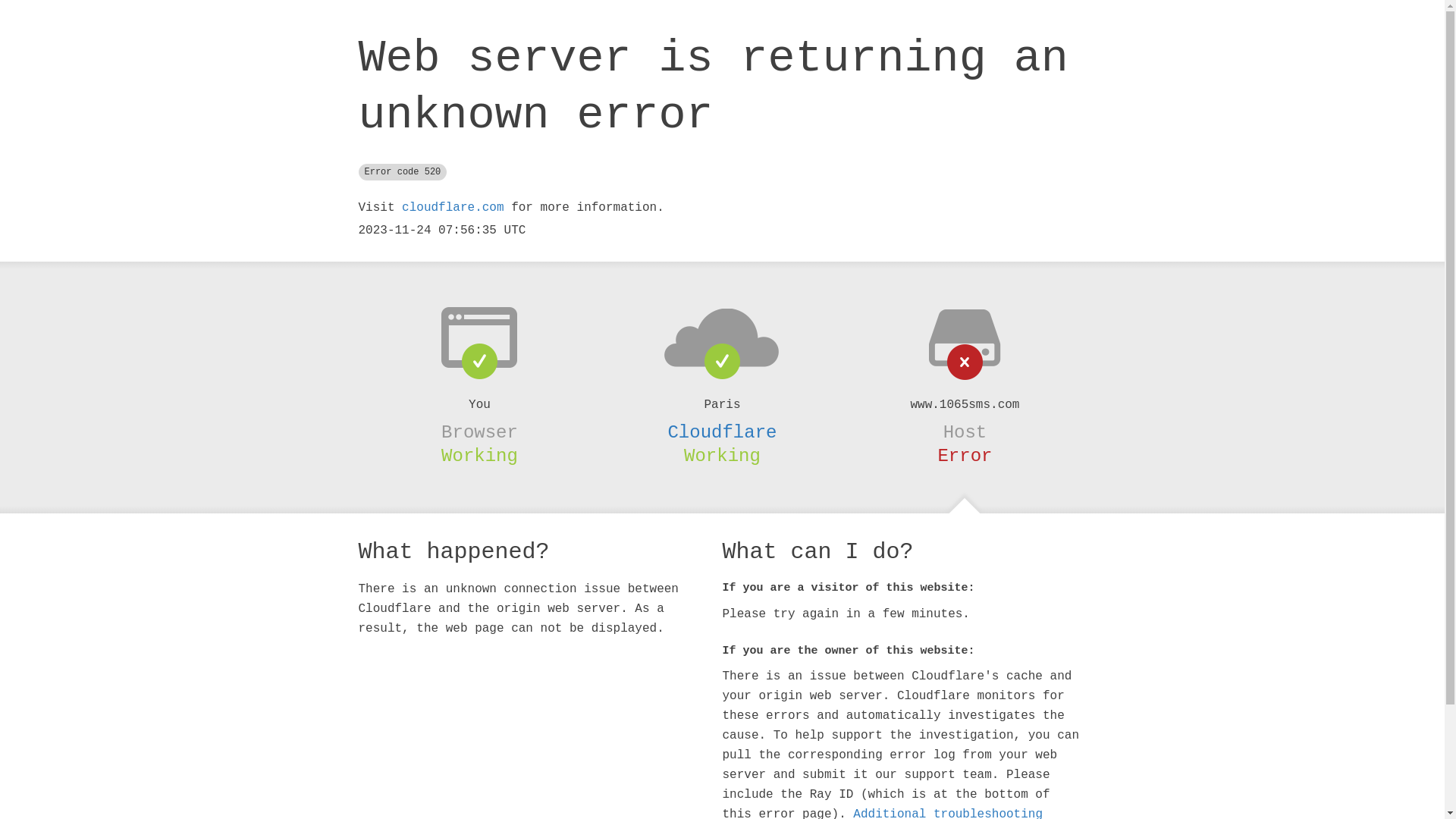 This screenshot has height=819, width=1456. Describe the element at coordinates (667, 432) in the screenshot. I see `'Cloudflare'` at that location.